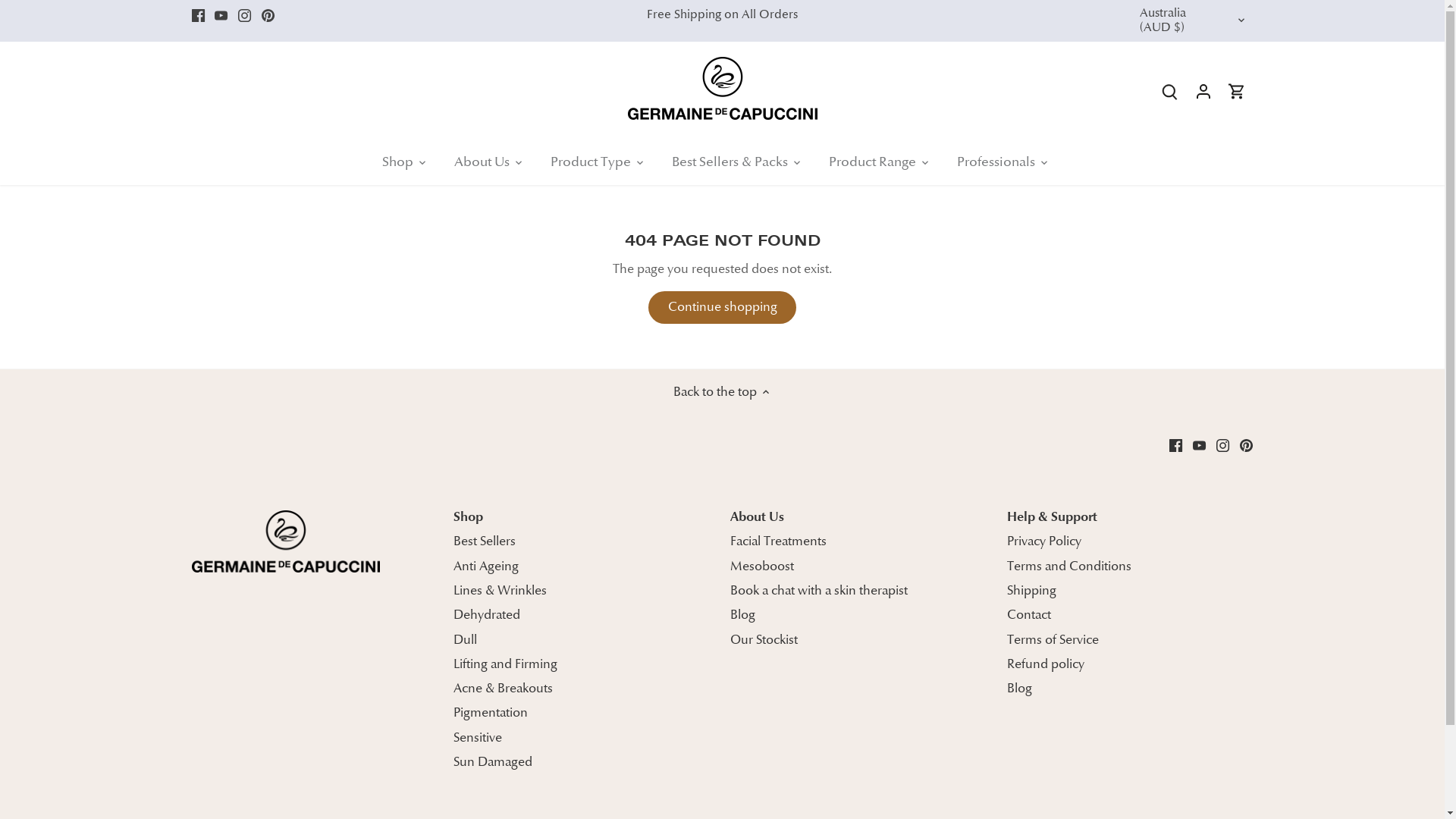 This screenshot has width=1456, height=819. I want to click on 'Go to cart', so click(1237, 90).